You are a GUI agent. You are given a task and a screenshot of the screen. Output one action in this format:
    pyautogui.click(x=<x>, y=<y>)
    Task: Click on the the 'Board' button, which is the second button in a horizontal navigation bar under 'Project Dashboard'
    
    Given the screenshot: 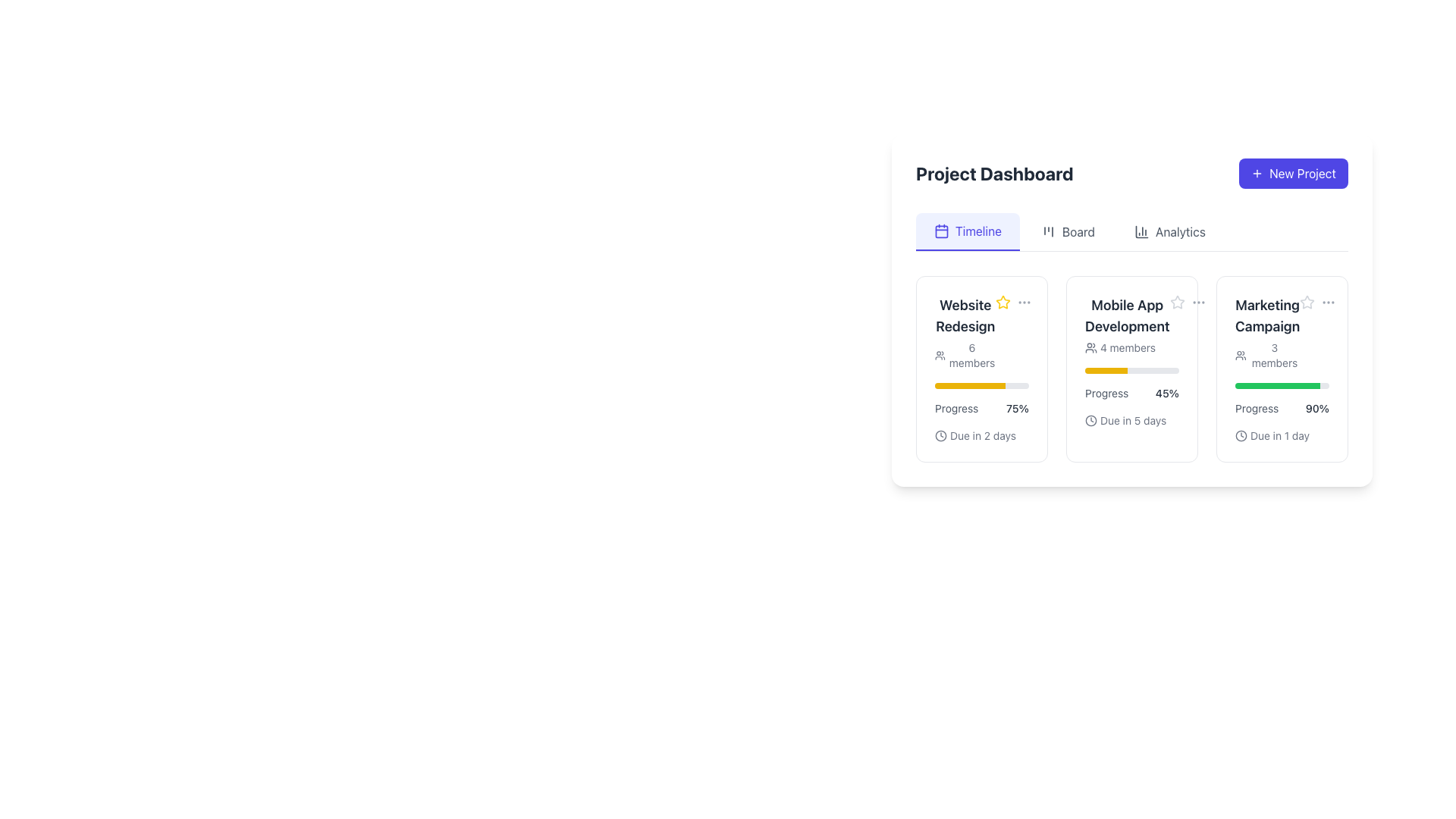 What is the action you would take?
    pyautogui.click(x=1067, y=231)
    